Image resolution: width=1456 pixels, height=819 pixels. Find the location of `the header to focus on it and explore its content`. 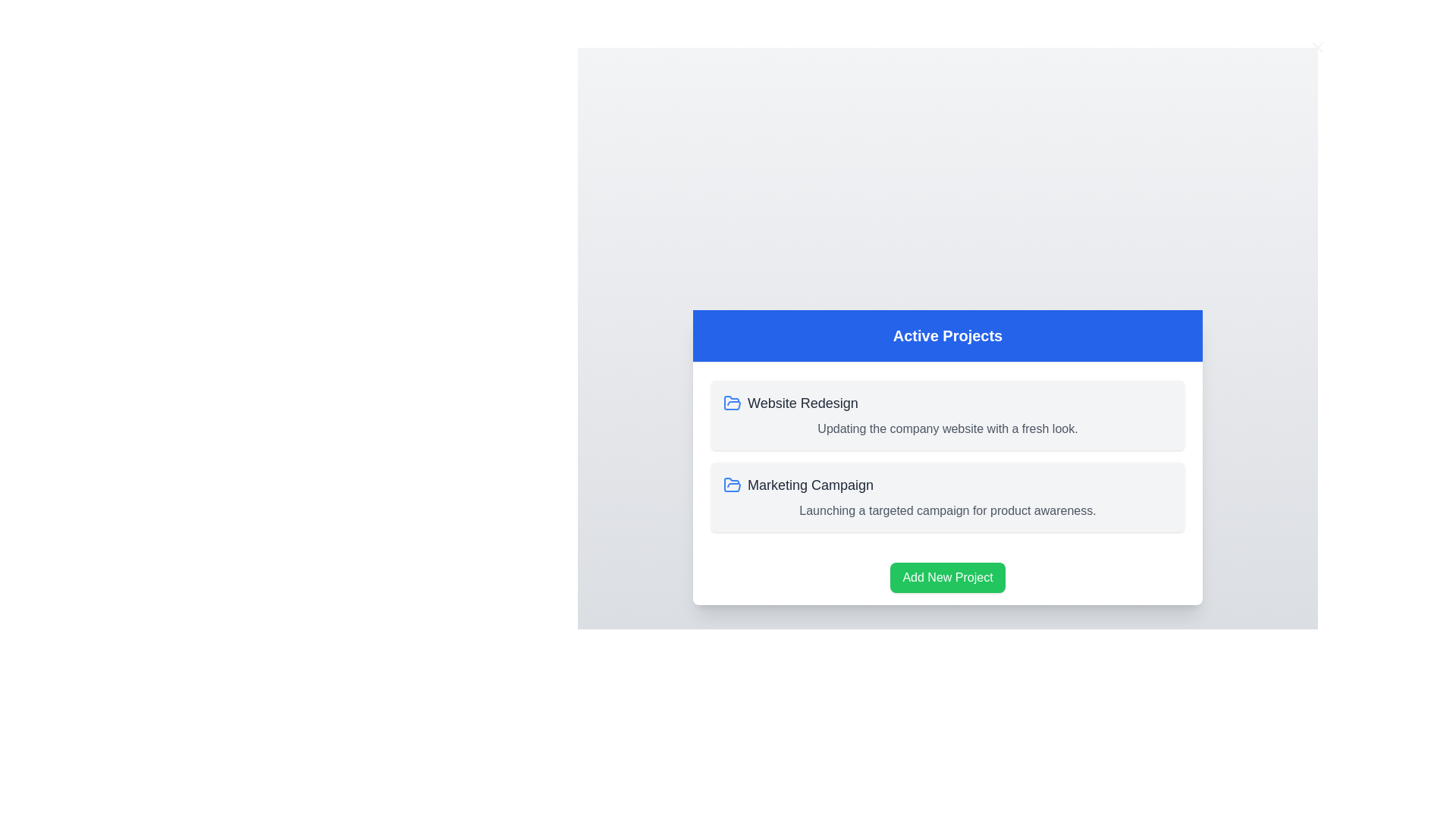

the header to focus on it and explore its content is located at coordinates (946, 335).